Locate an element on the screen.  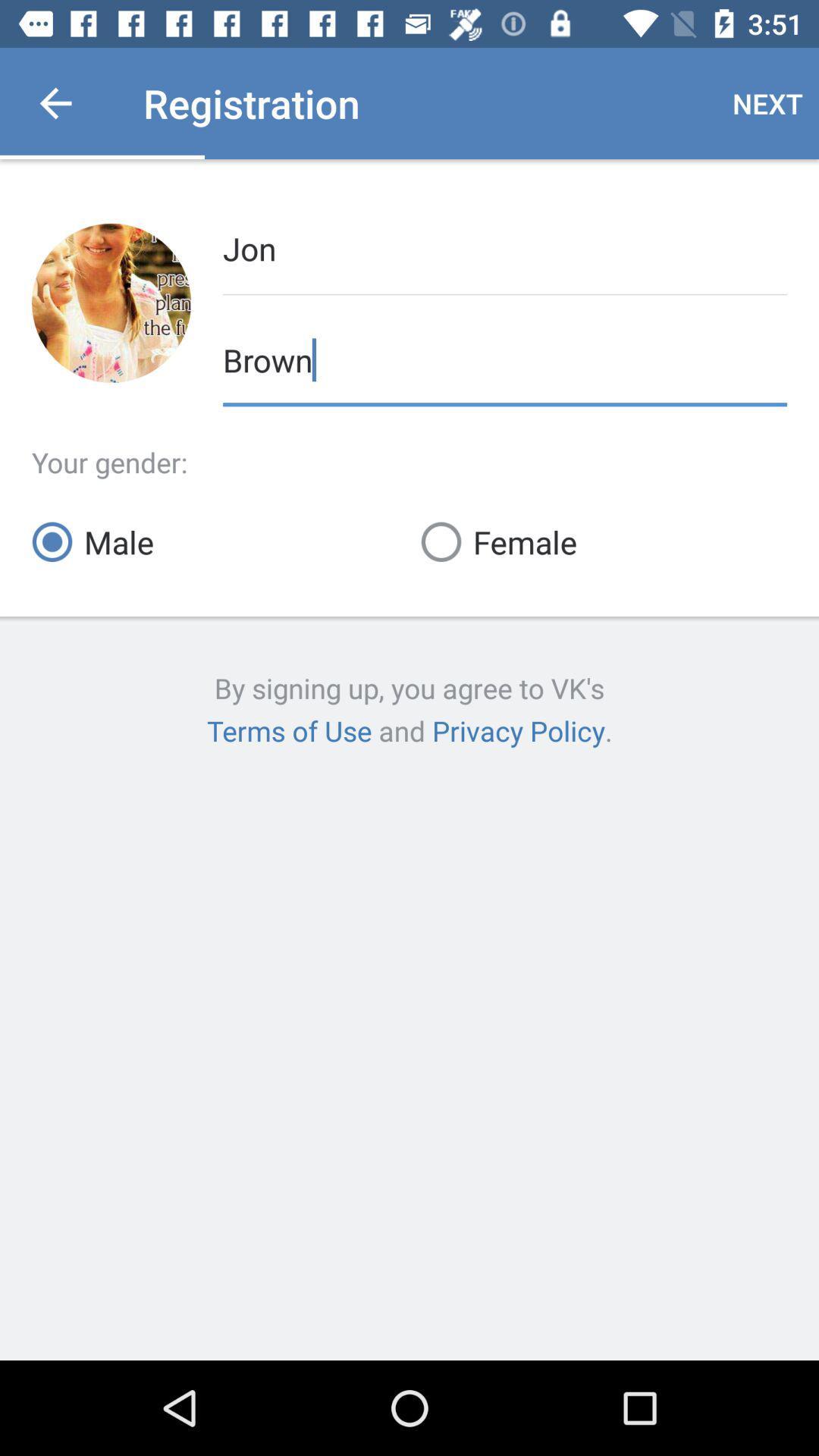
the next item is located at coordinates (767, 102).